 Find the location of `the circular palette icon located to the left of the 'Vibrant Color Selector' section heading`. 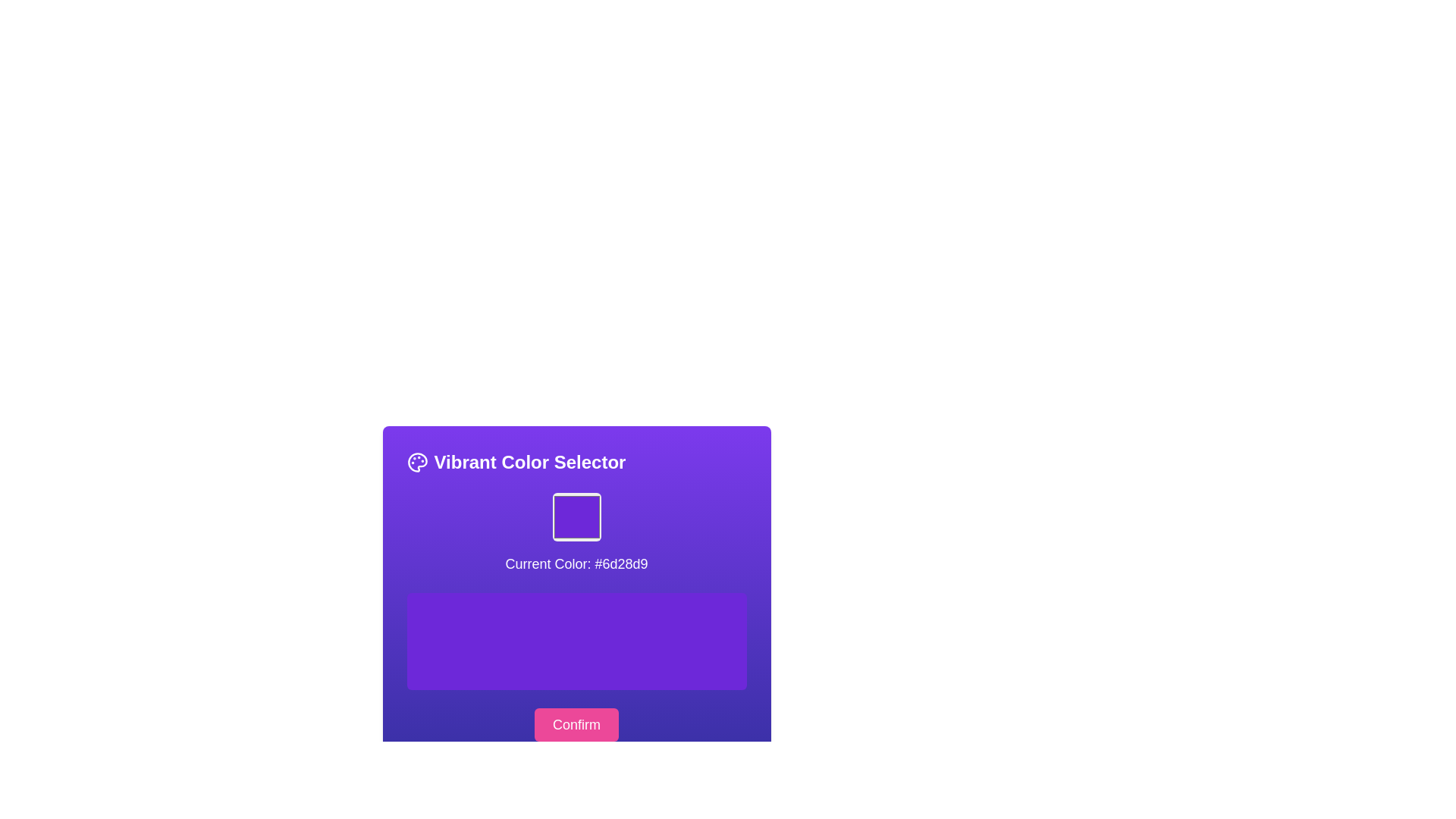

the circular palette icon located to the left of the 'Vibrant Color Selector' section heading is located at coordinates (417, 461).